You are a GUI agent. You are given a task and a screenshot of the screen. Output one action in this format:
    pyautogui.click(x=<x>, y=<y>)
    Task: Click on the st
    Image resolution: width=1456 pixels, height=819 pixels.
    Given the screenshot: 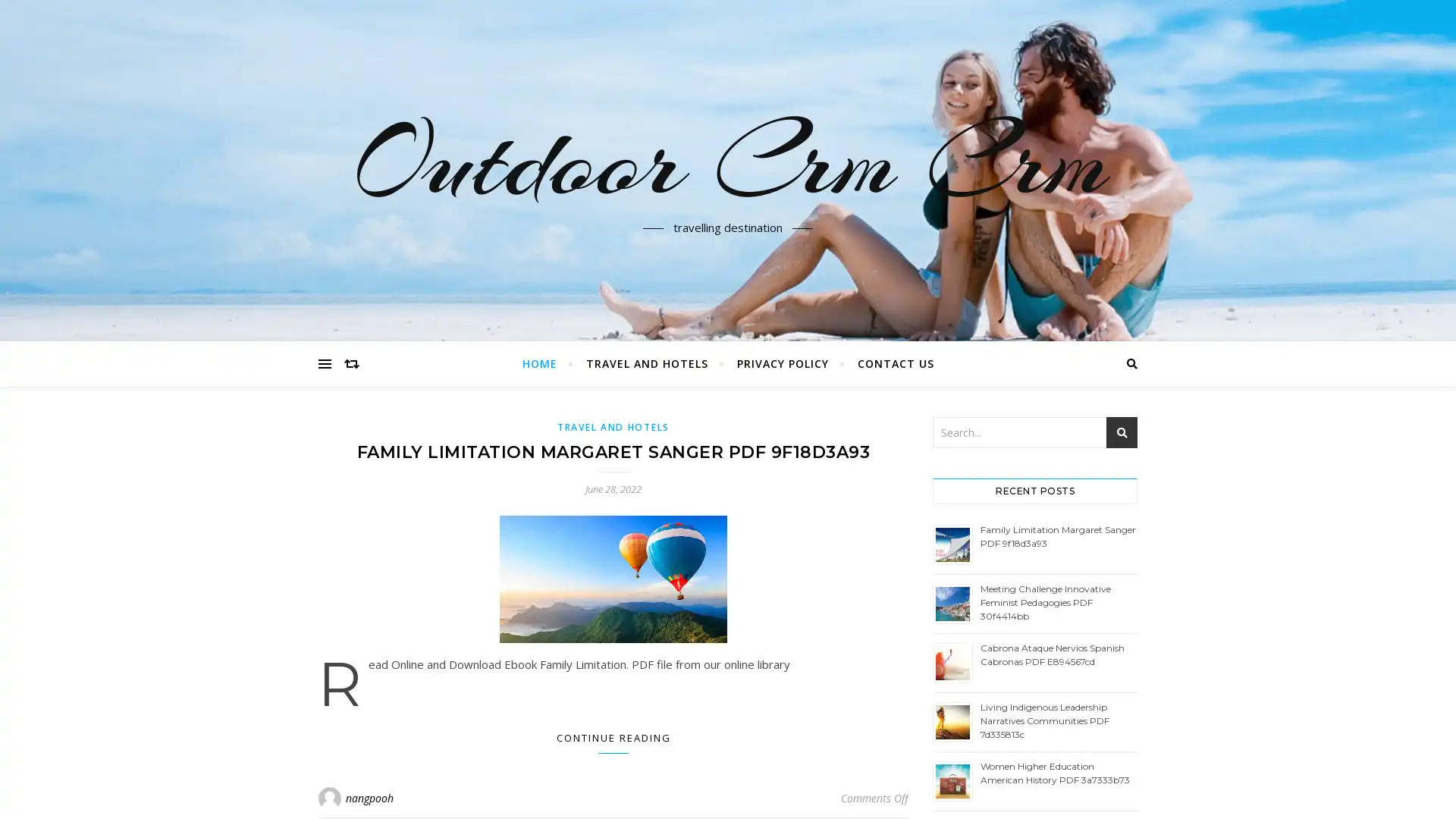 What is the action you would take?
    pyautogui.click(x=1122, y=432)
    